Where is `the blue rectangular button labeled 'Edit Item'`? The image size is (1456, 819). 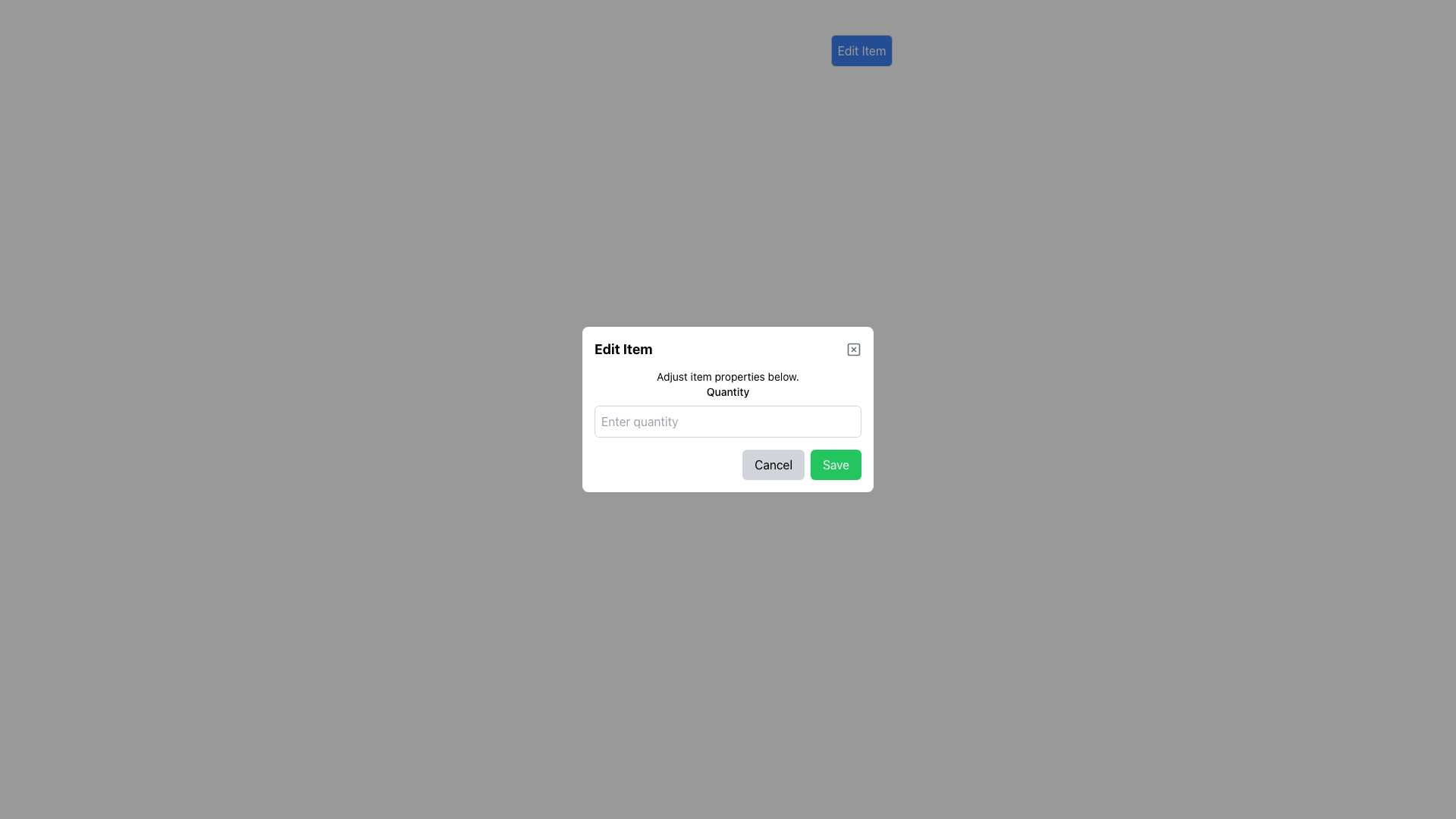 the blue rectangular button labeled 'Edit Item' is located at coordinates (861, 49).